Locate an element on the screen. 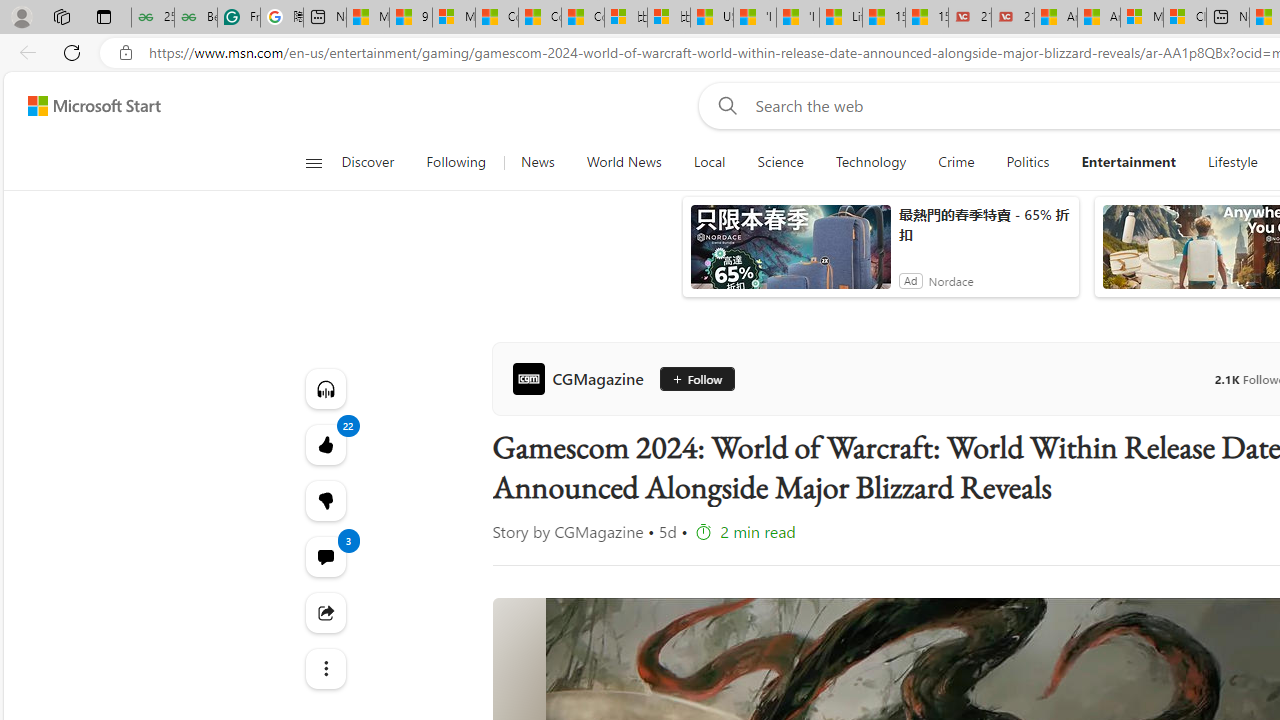 This screenshot has height=720, width=1280. '22 Like' is located at coordinates (325, 443).